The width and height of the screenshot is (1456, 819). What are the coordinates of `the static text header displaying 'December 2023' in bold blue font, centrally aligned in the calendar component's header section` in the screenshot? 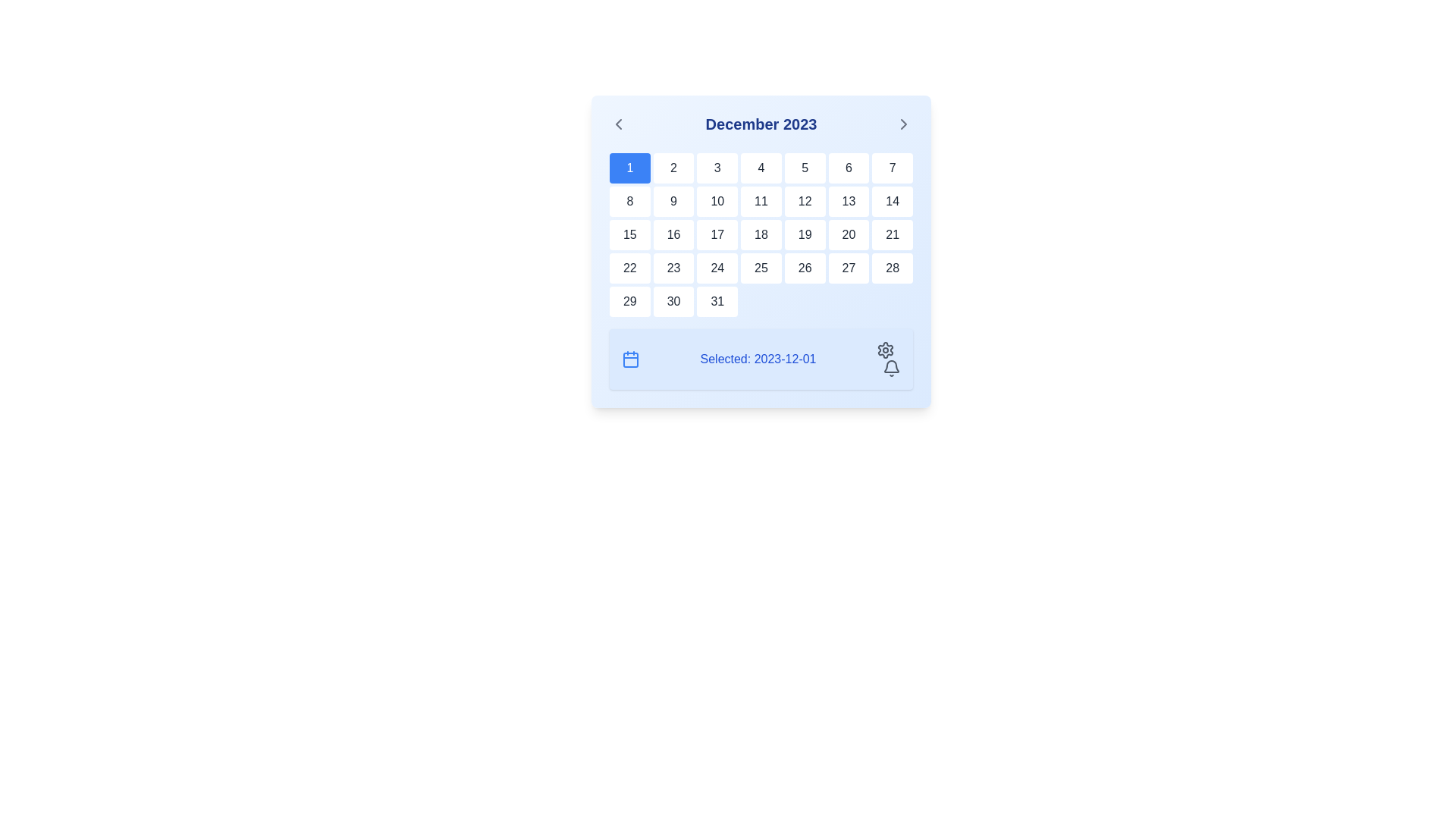 It's located at (761, 124).